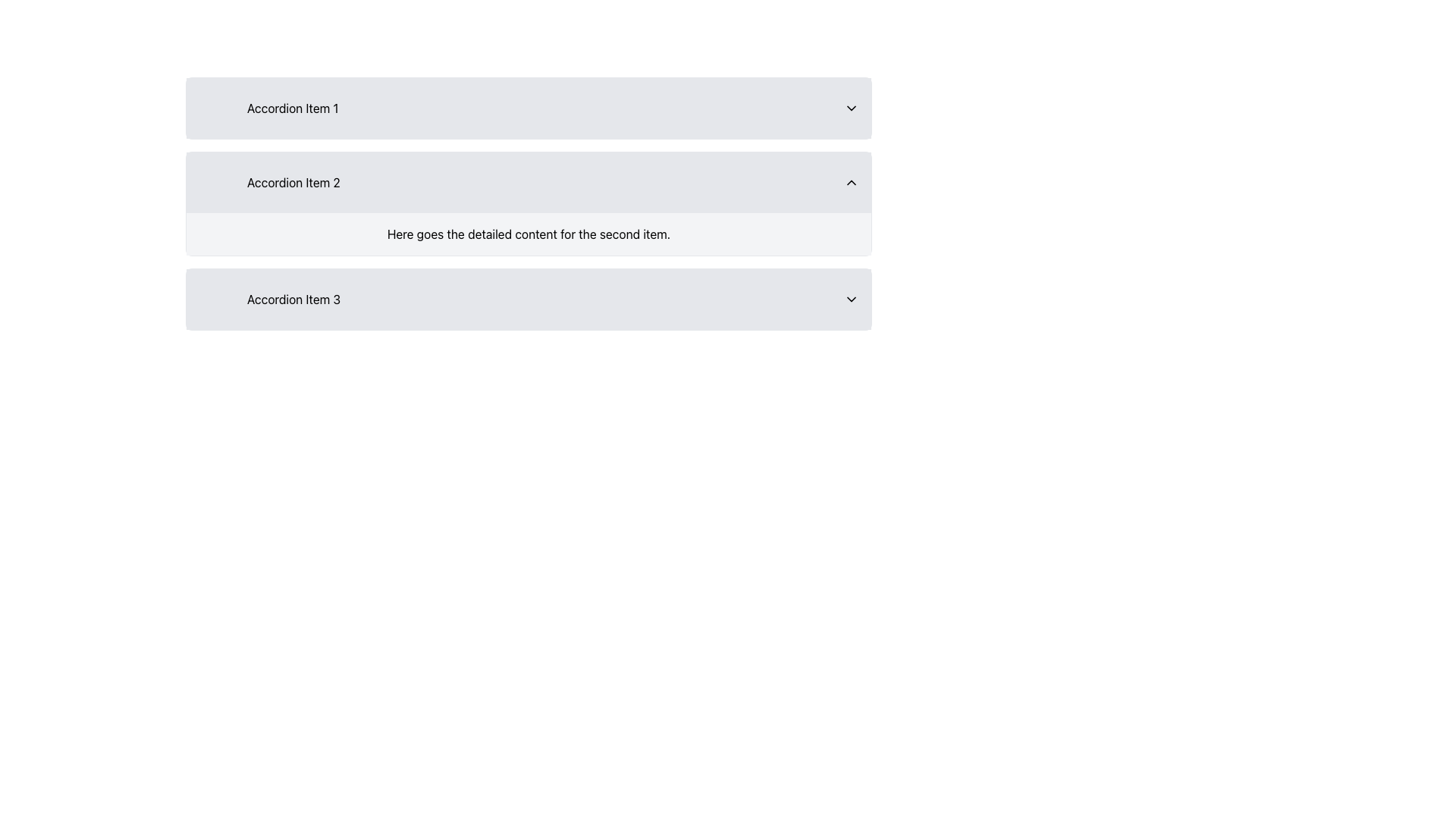 The image size is (1456, 819). Describe the element at coordinates (269, 299) in the screenshot. I see `the text label displaying 'Accordion Item 3', which is the third item in a vertically stacked list of items` at that location.